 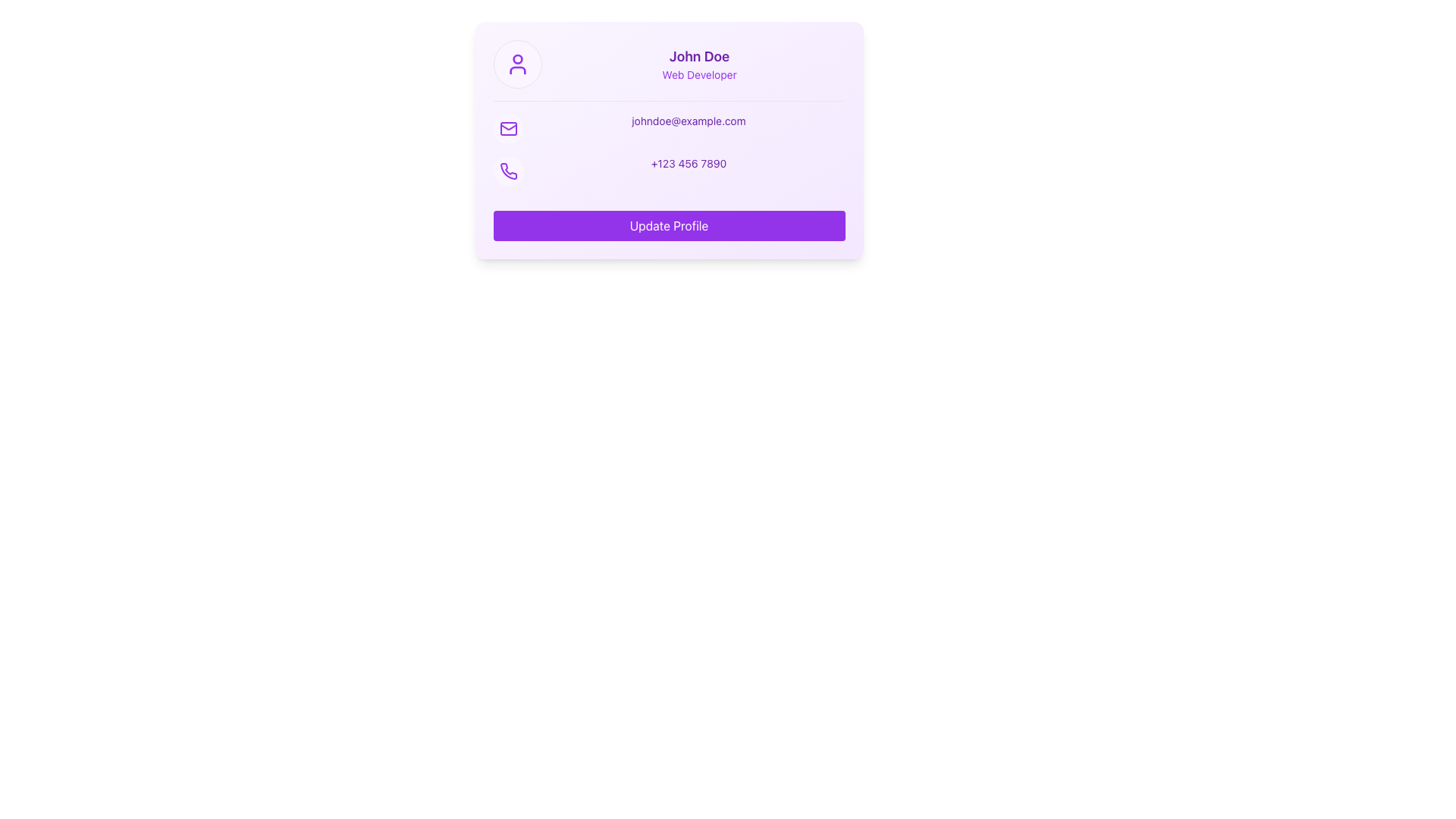 I want to click on the circular graphical element with a red fill that is located at the head portion of the user icon in the user profile section, so click(x=517, y=58).